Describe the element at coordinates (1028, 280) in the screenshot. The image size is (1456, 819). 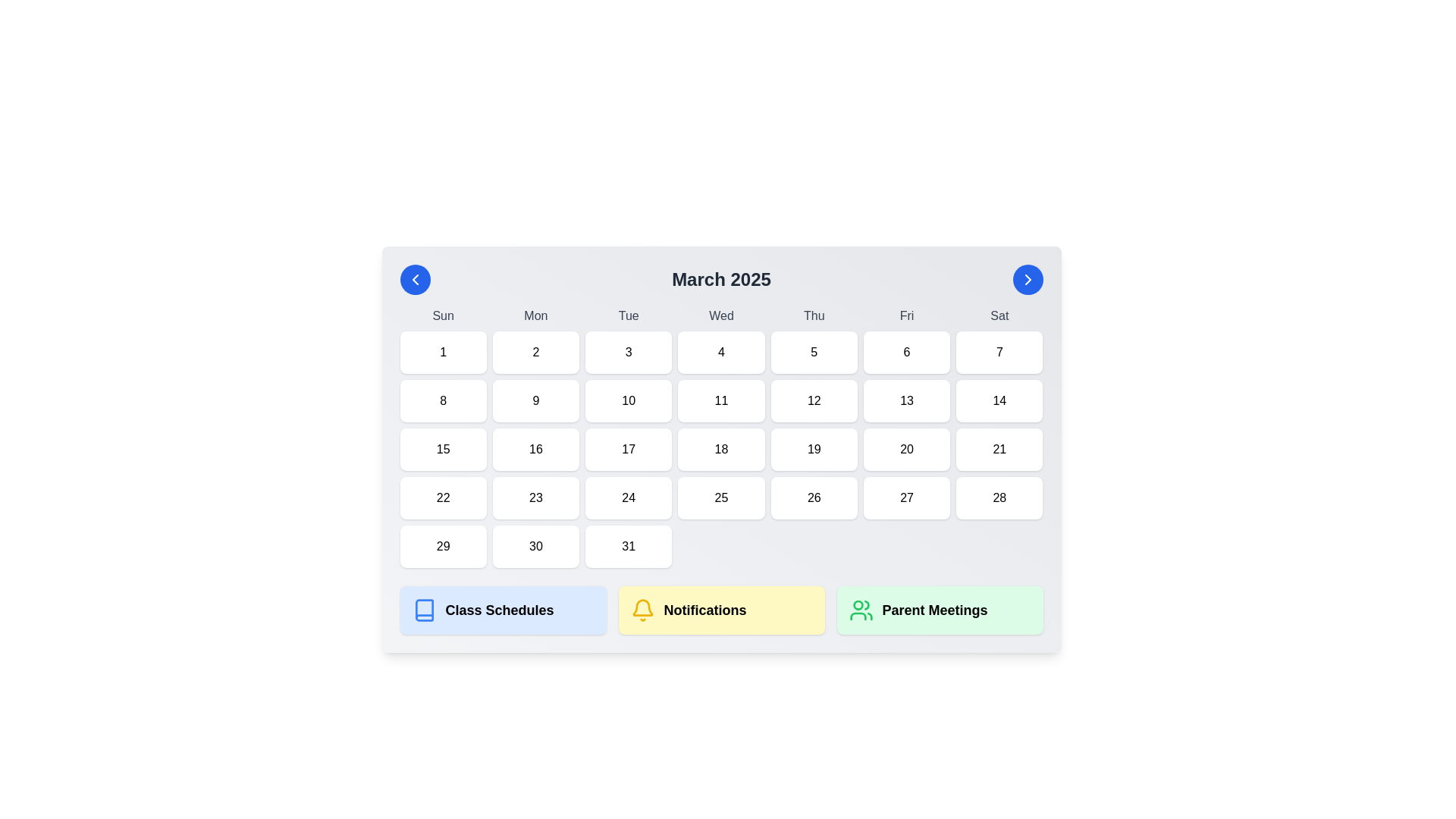
I see `the chevron icon located within the circular button at the top-right corner of the interface` at that location.